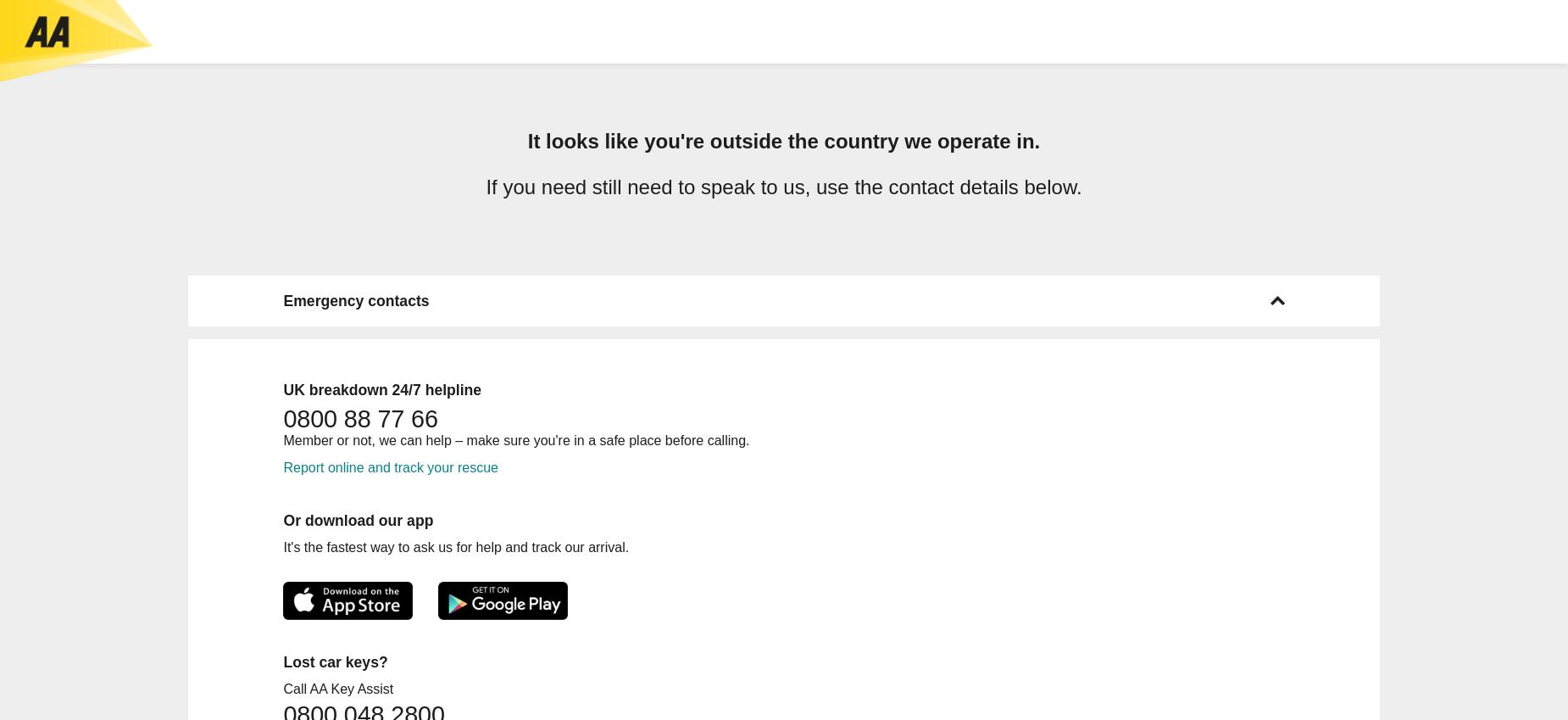 The height and width of the screenshot is (720, 1568). Describe the element at coordinates (783, 185) in the screenshot. I see `'If you need still need to speak to us, use the contact details below.'` at that location.